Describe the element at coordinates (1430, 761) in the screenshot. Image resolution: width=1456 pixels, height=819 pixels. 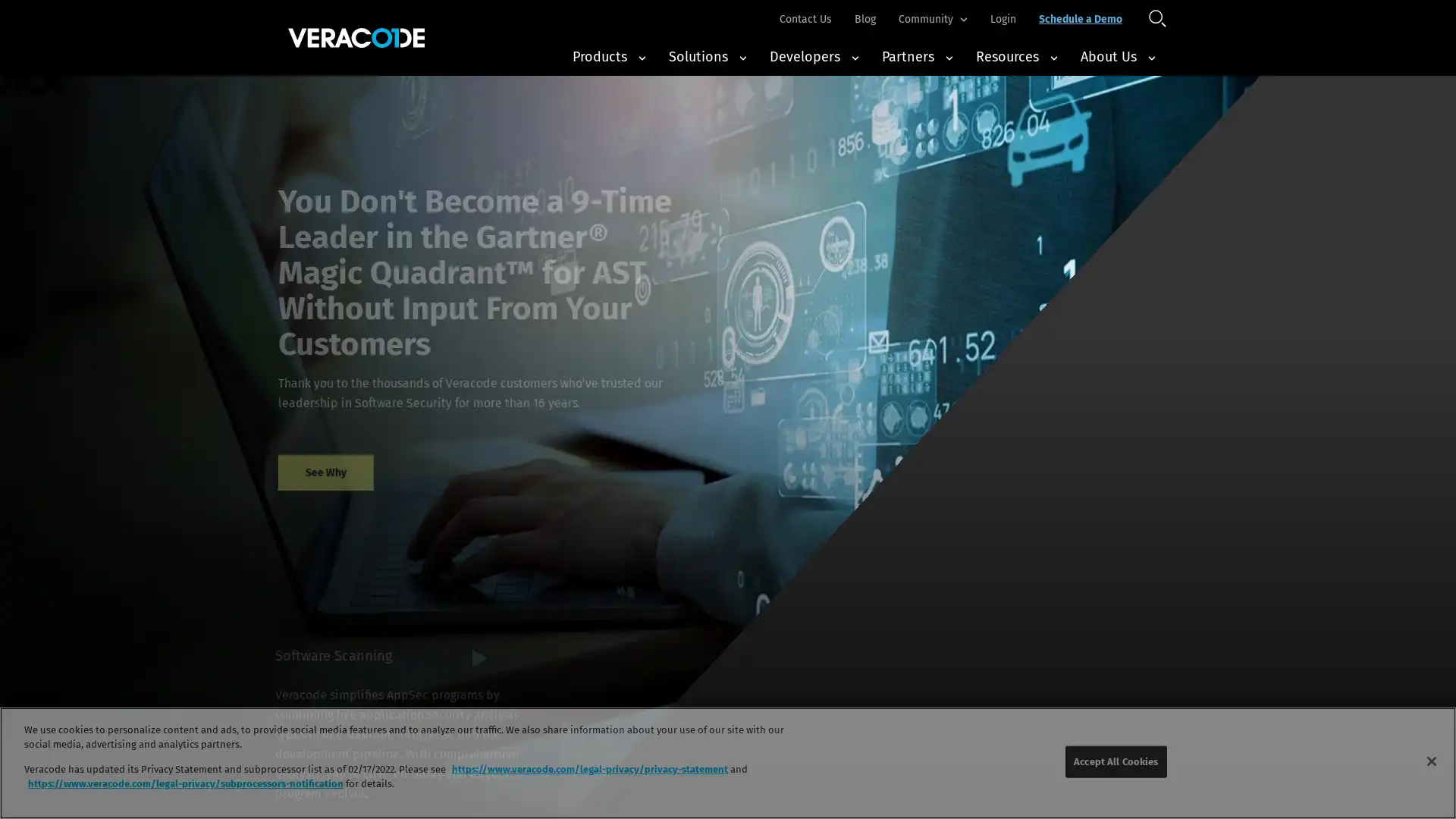
I see `Close` at that location.